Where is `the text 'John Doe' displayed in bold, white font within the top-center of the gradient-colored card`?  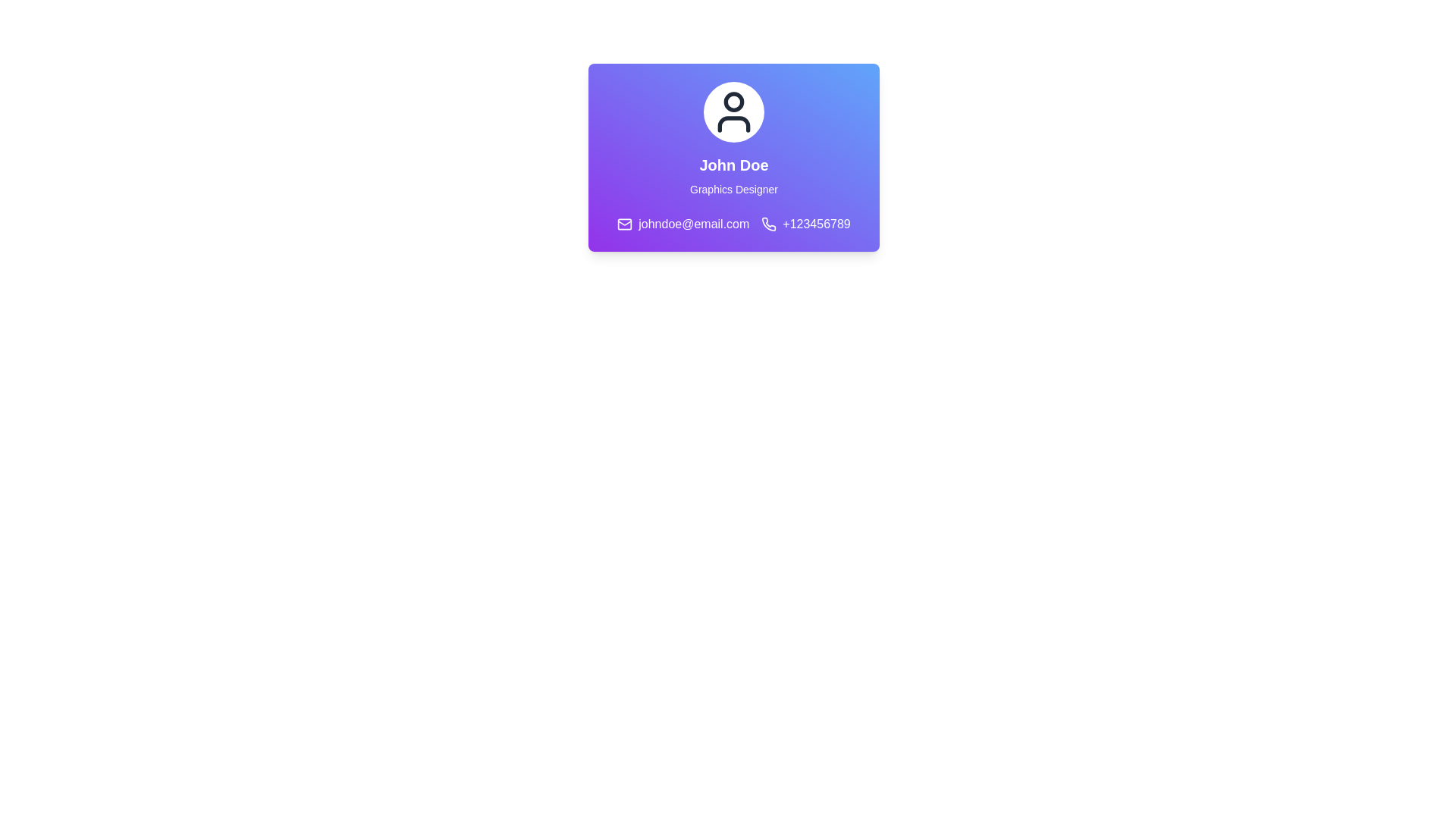 the text 'John Doe' displayed in bold, white font within the top-center of the gradient-colored card is located at coordinates (734, 165).